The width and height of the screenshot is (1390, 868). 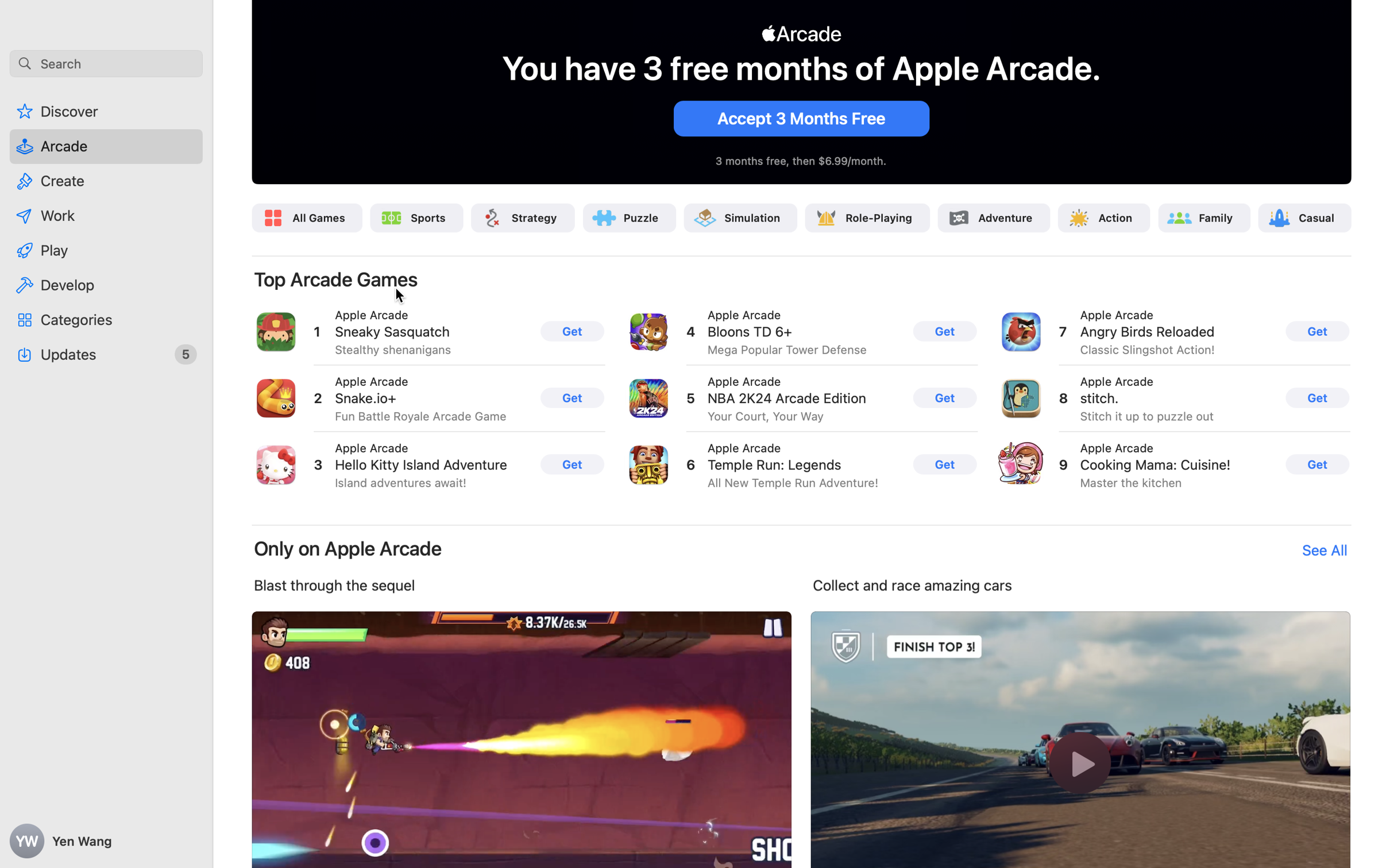 What do you see at coordinates (751, 217) in the screenshot?
I see `'Simulation'` at bounding box center [751, 217].